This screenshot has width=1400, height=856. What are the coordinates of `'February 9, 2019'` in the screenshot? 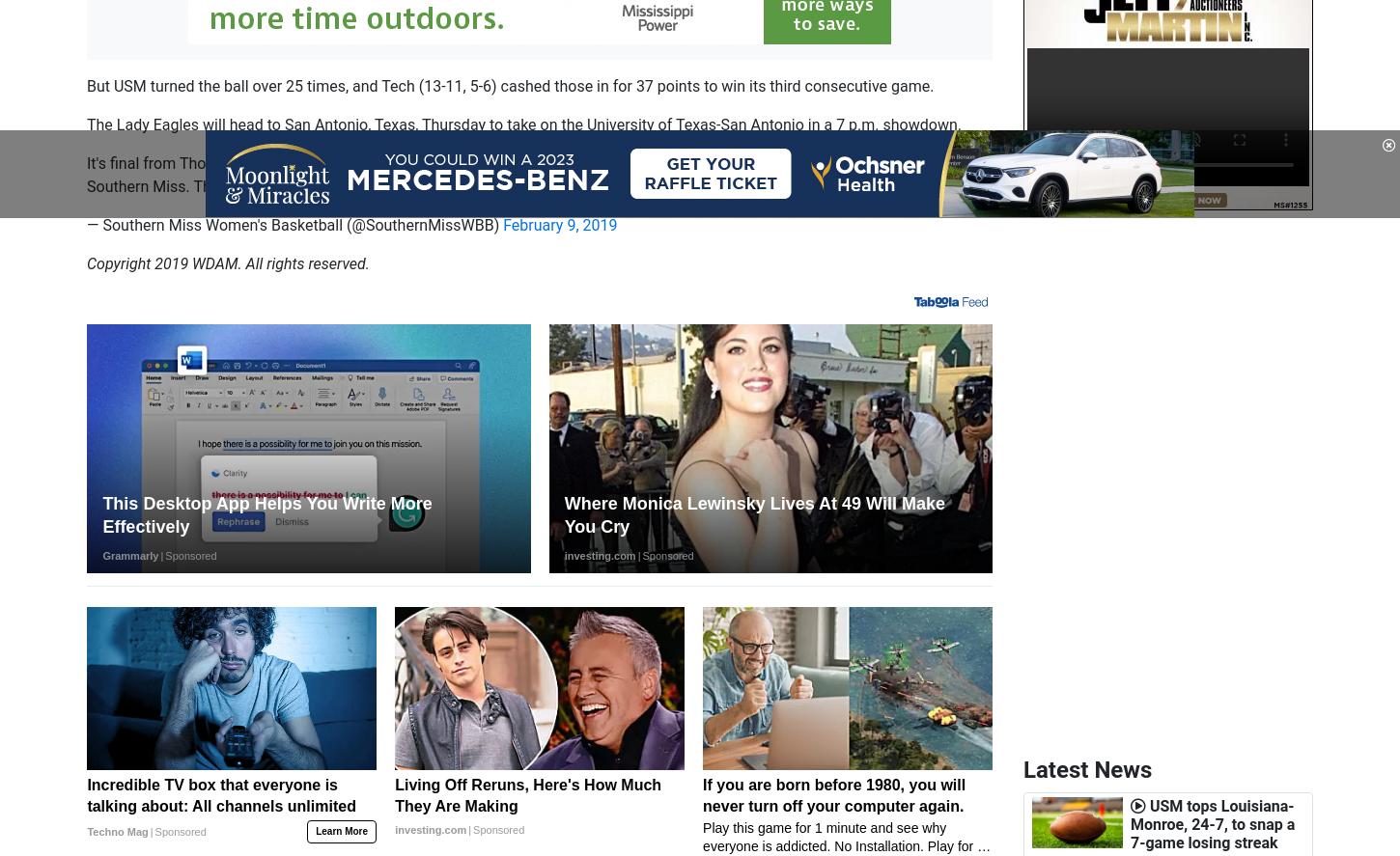 It's located at (560, 224).